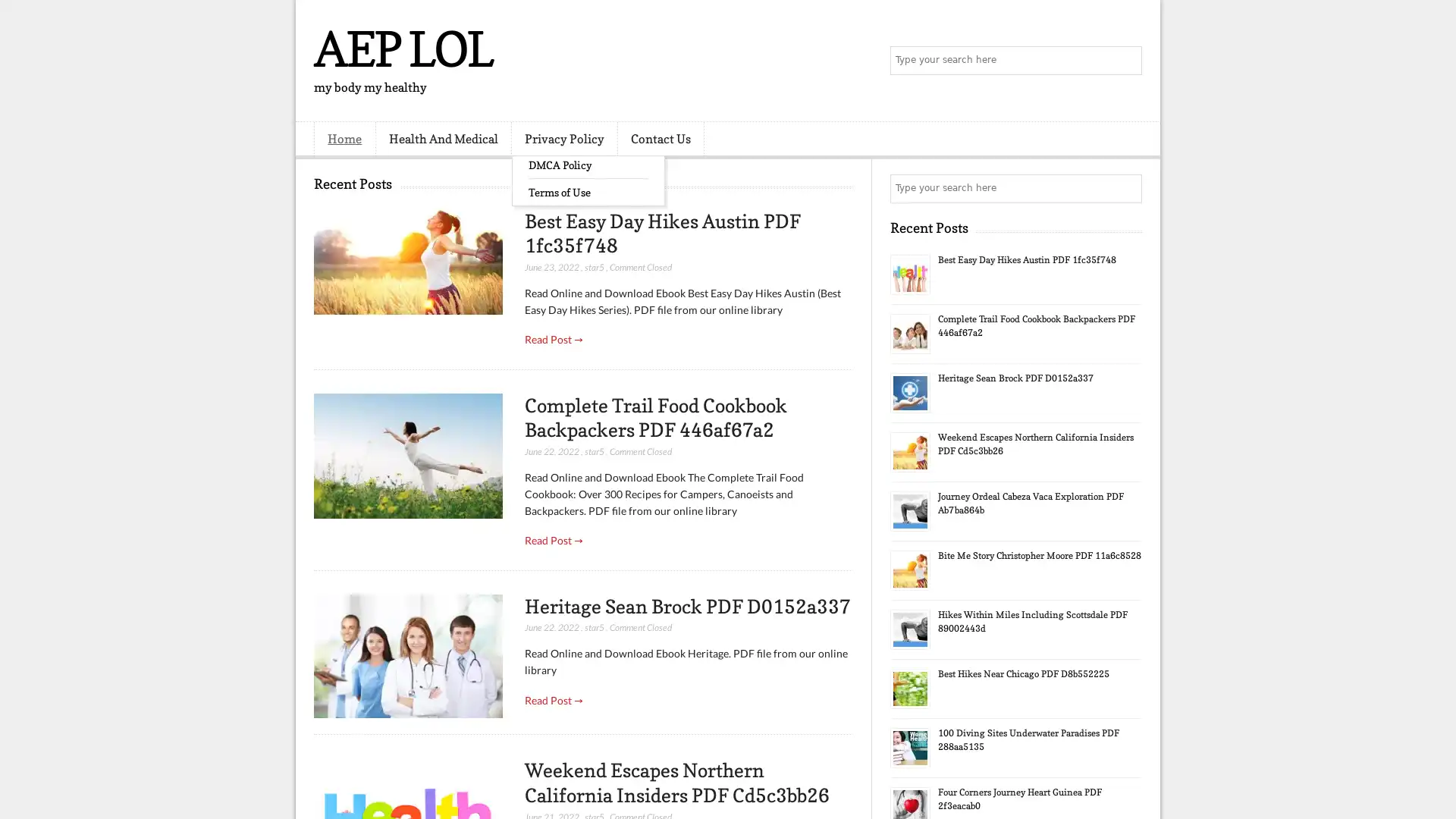 The width and height of the screenshot is (1456, 819). What do you see at coordinates (1126, 188) in the screenshot?
I see `Search` at bounding box center [1126, 188].